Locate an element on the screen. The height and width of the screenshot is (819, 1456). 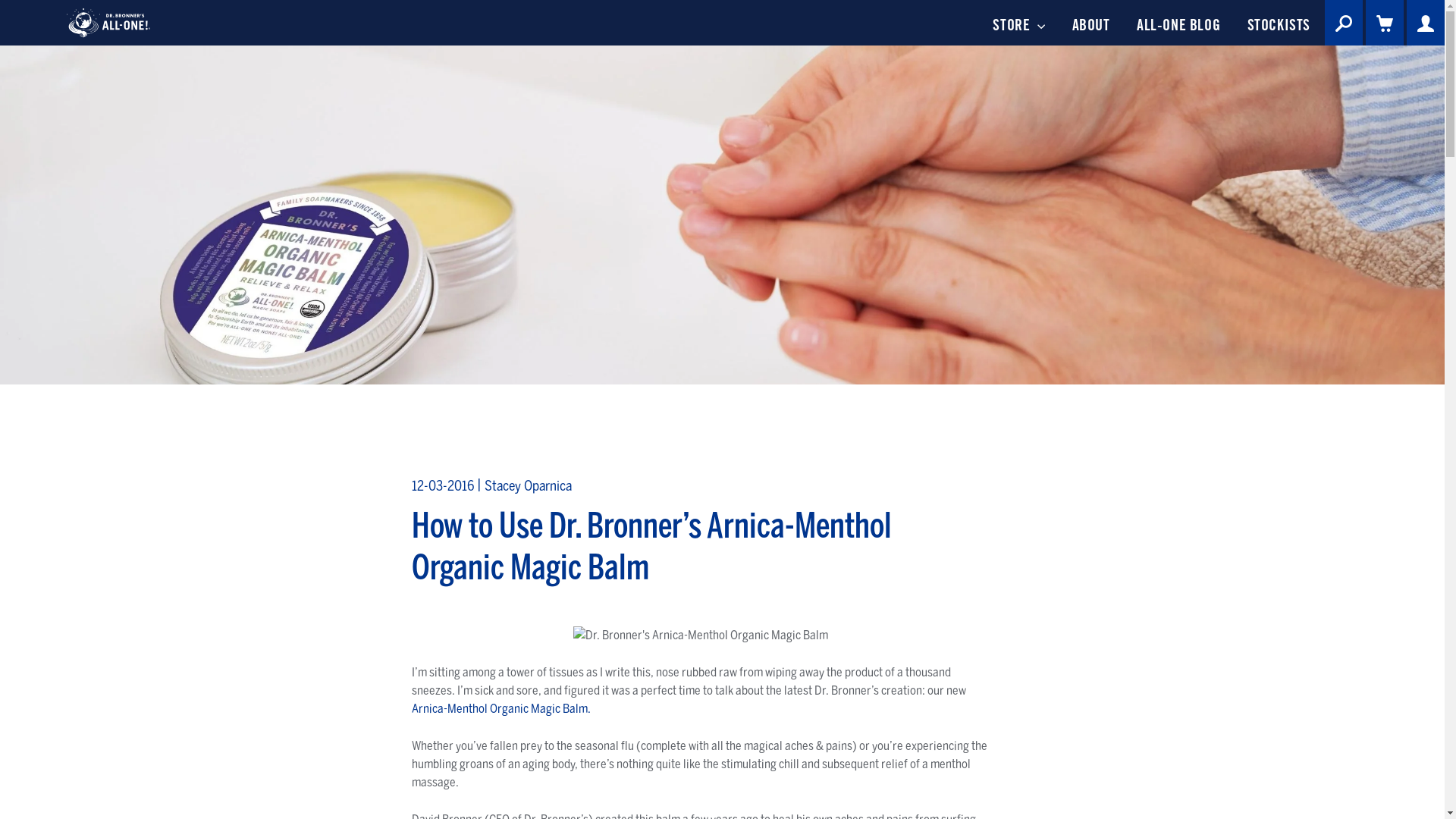
'Arnica-Menthol Organic Magic Balm.' is located at coordinates (501, 708).